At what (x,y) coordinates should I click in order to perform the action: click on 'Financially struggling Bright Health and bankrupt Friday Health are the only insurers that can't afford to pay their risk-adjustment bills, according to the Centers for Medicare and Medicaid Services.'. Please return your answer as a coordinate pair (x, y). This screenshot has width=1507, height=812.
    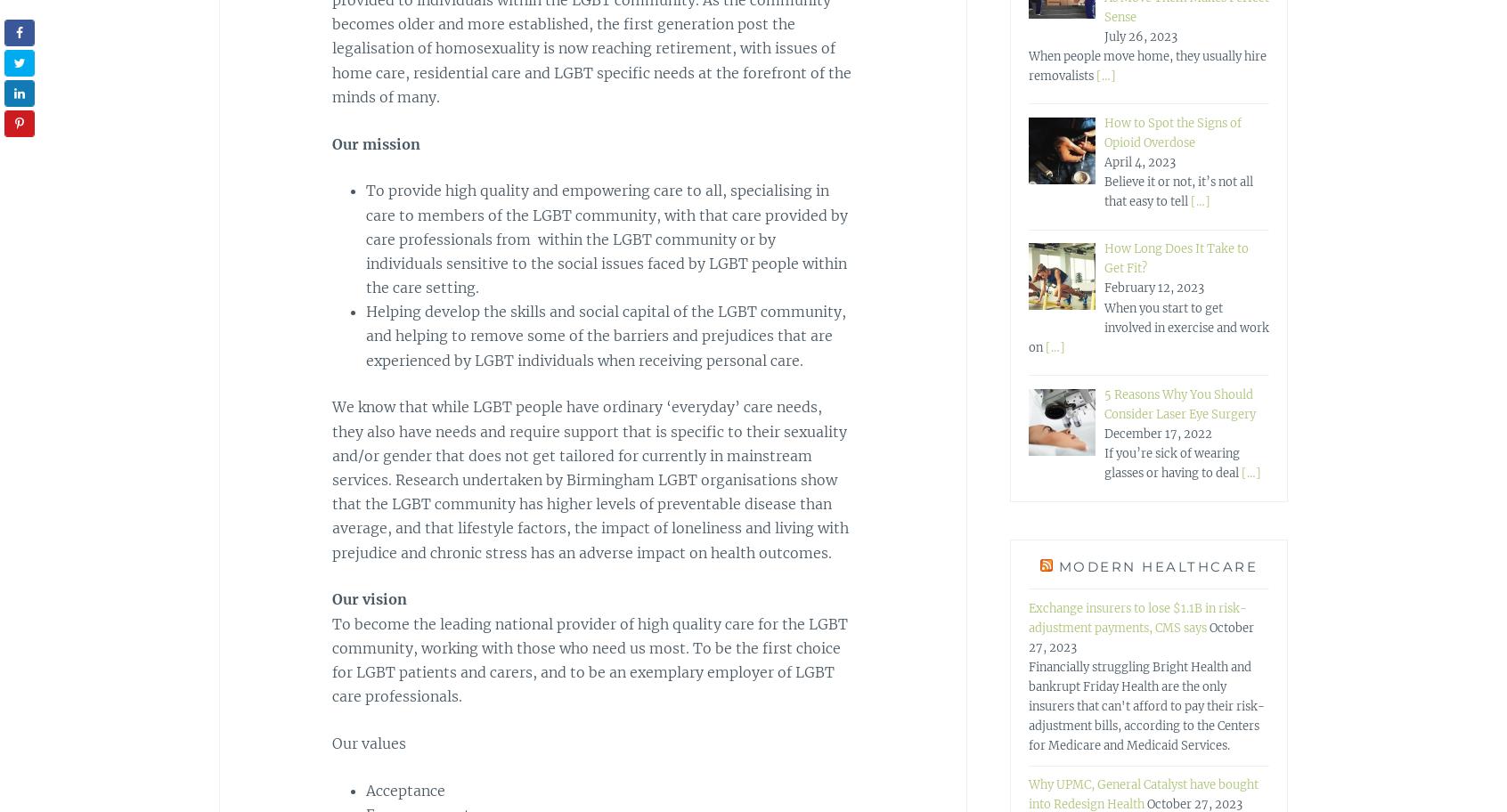
    Looking at the image, I should click on (1027, 705).